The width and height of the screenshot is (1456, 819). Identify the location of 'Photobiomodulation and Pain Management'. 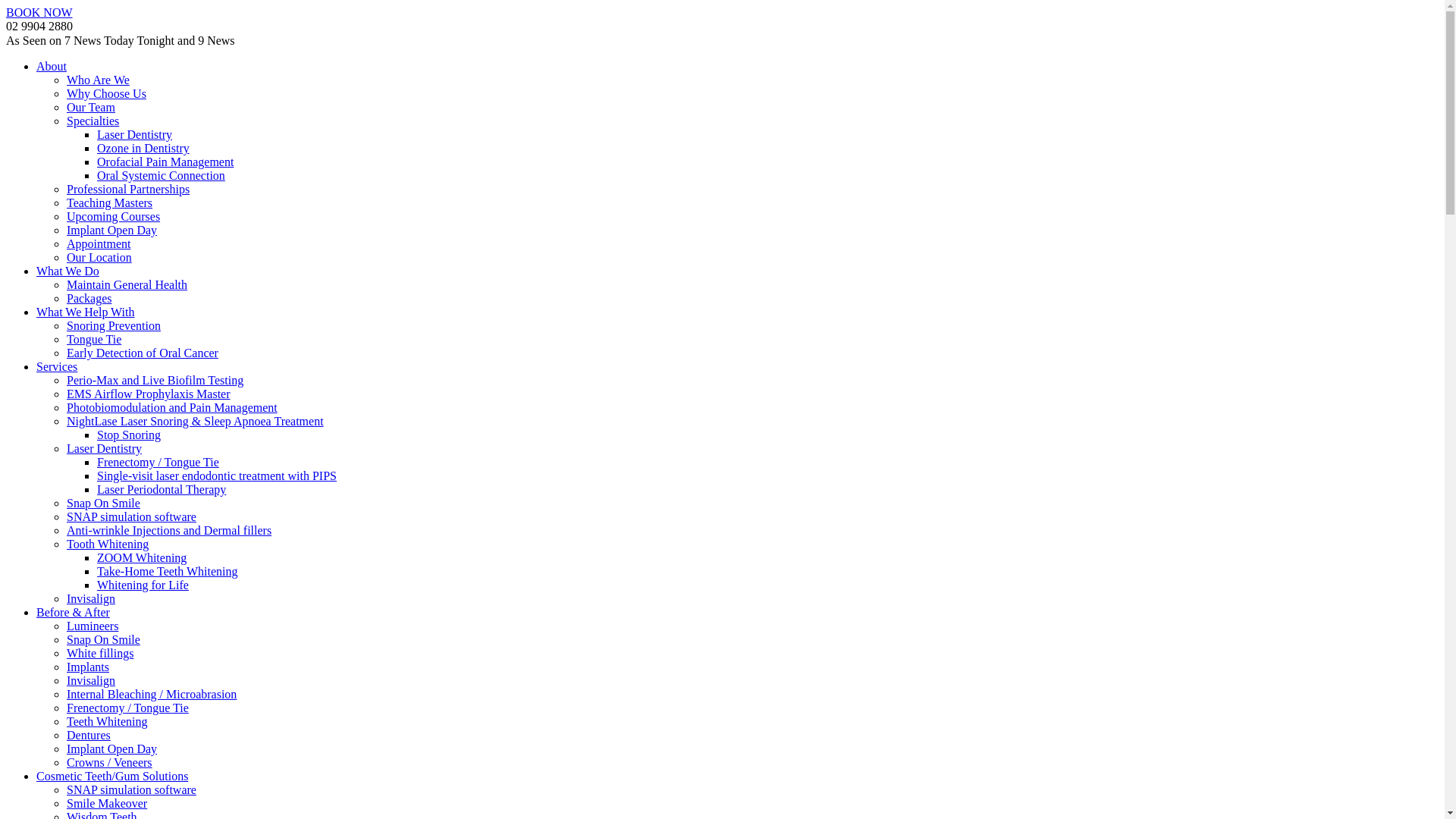
(171, 406).